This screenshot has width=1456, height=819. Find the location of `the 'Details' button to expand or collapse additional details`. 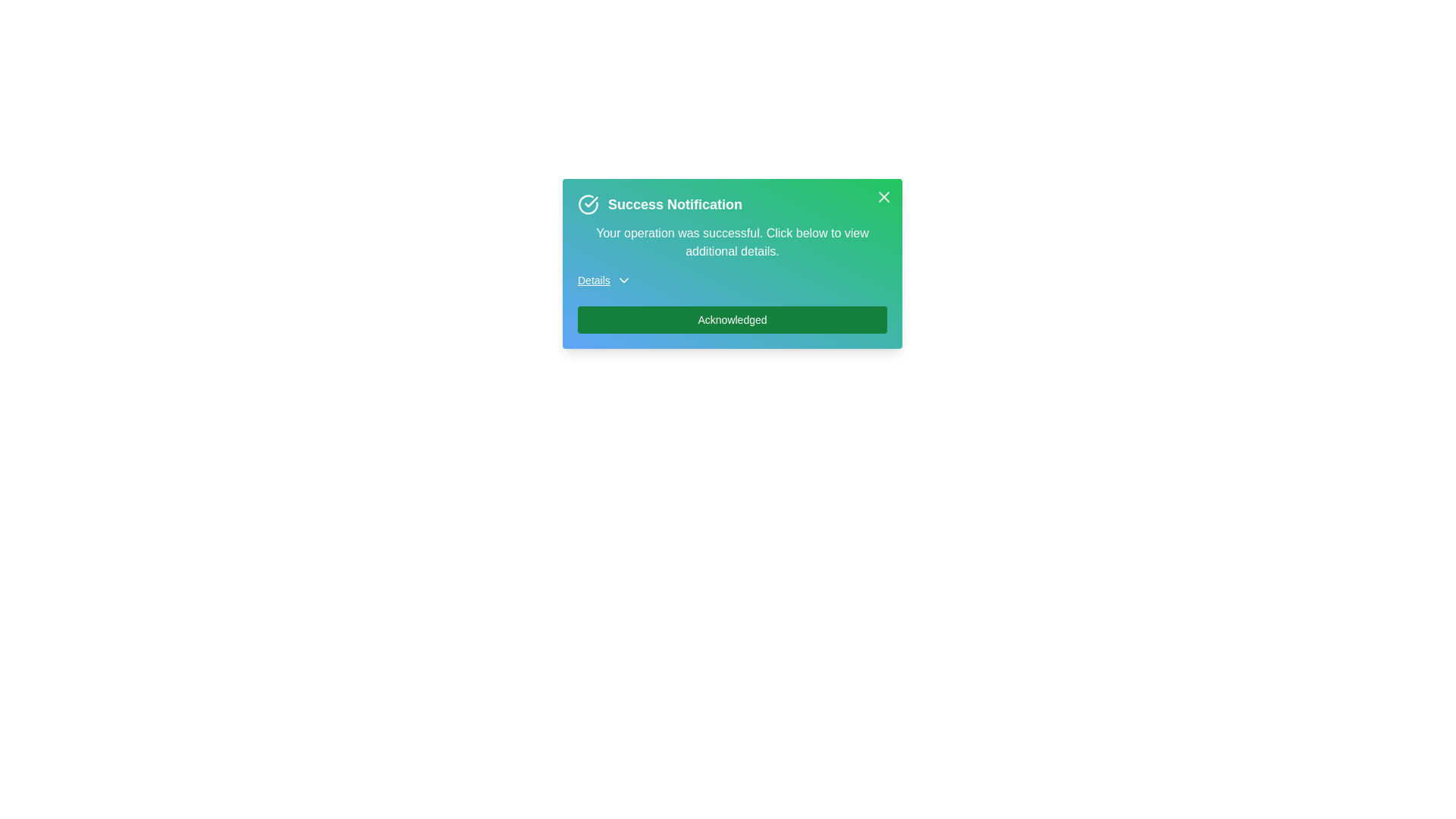

the 'Details' button to expand or collapse additional details is located at coordinates (603, 281).